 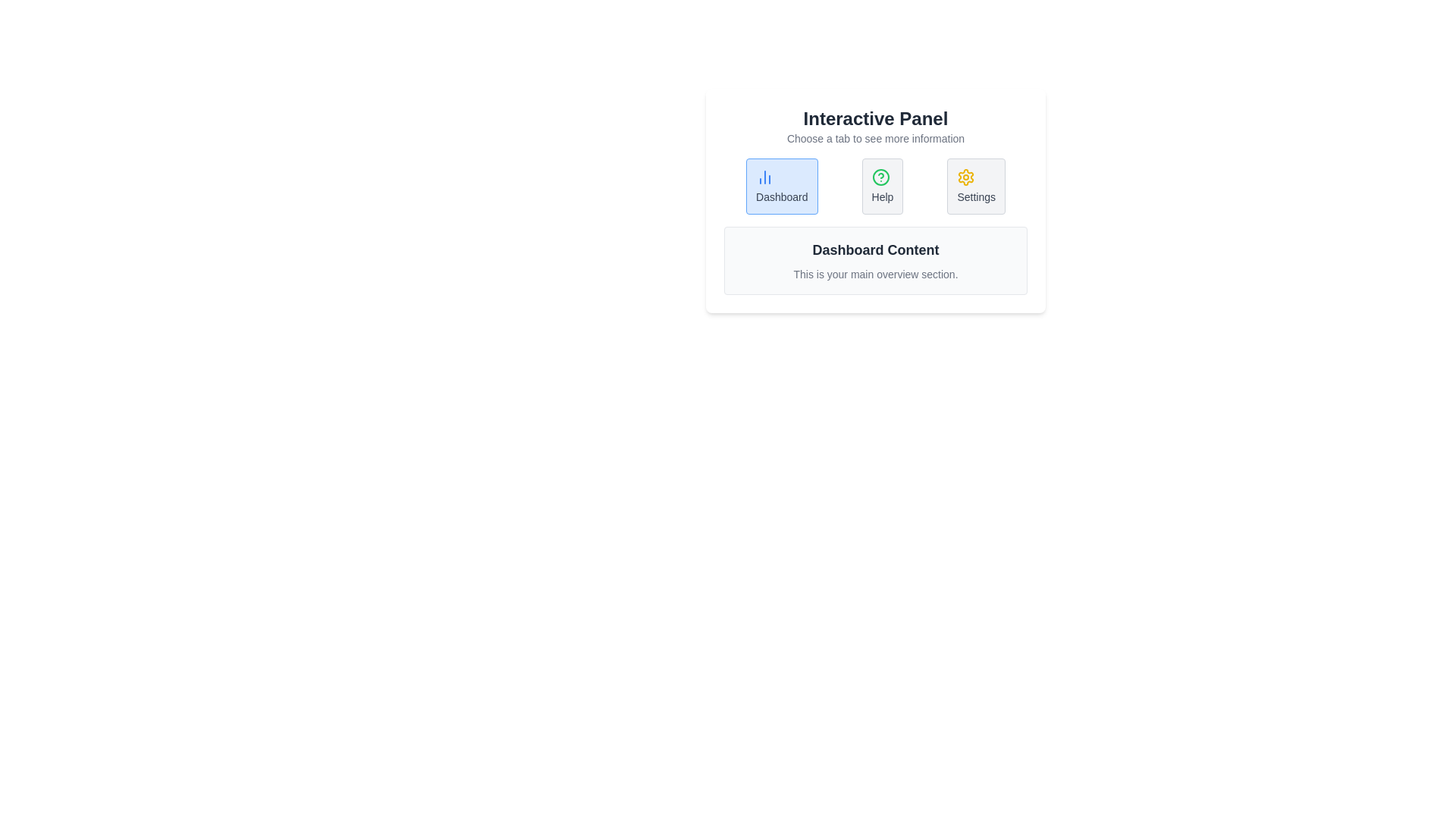 What do you see at coordinates (876, 118) in the screenshot?
I see `the 'Interactive Panel' text element, which is styled prominently as a heading within a card-like section, positioned above the subtitle and centrally aligned` at bounding box center [876, 118].